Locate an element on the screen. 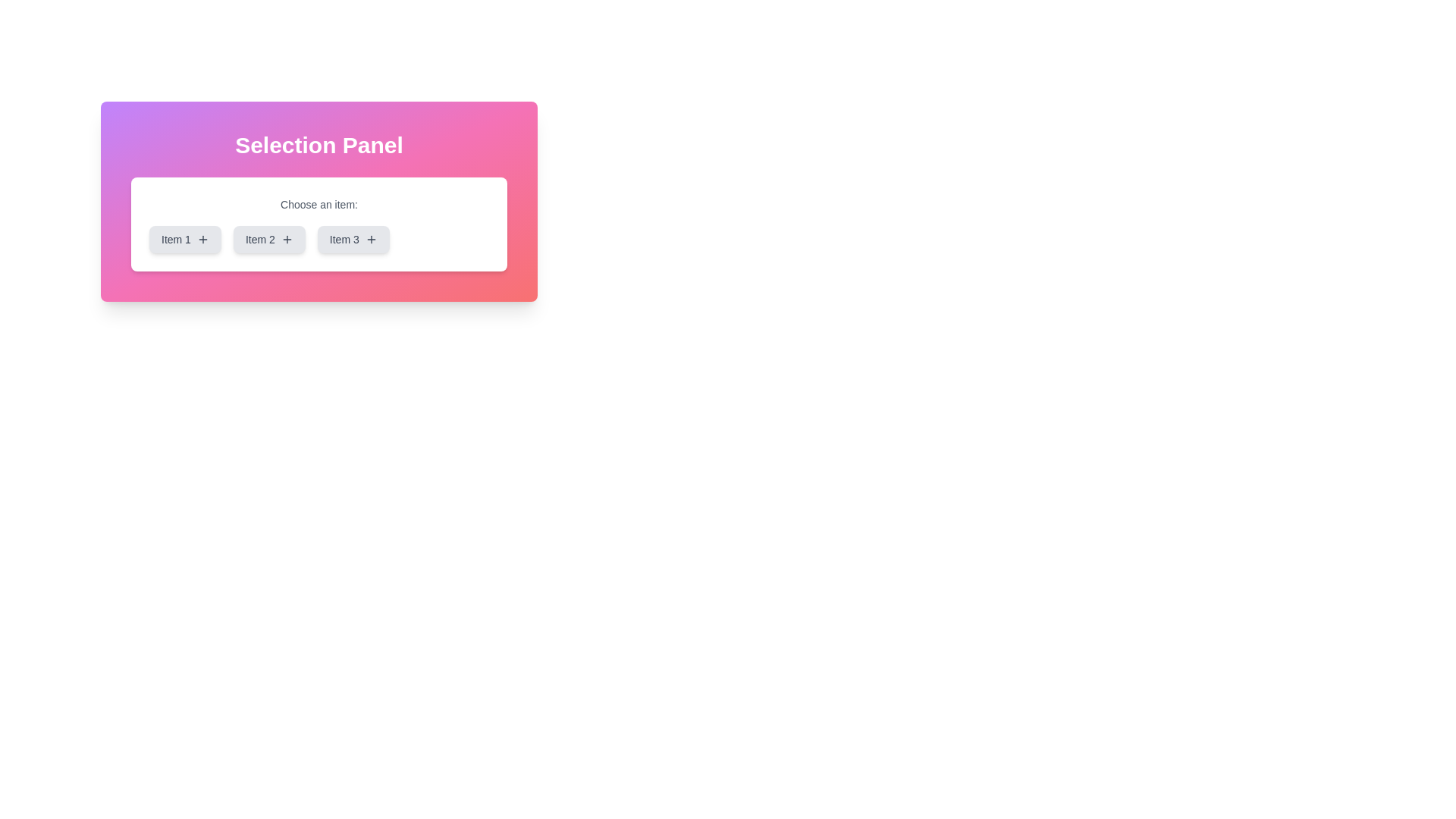 This screenshot has width=1456, height=819. the interactive button labeled 'Item 1' located below the title 'Choose an item:' is located at coordinates (184, 239).